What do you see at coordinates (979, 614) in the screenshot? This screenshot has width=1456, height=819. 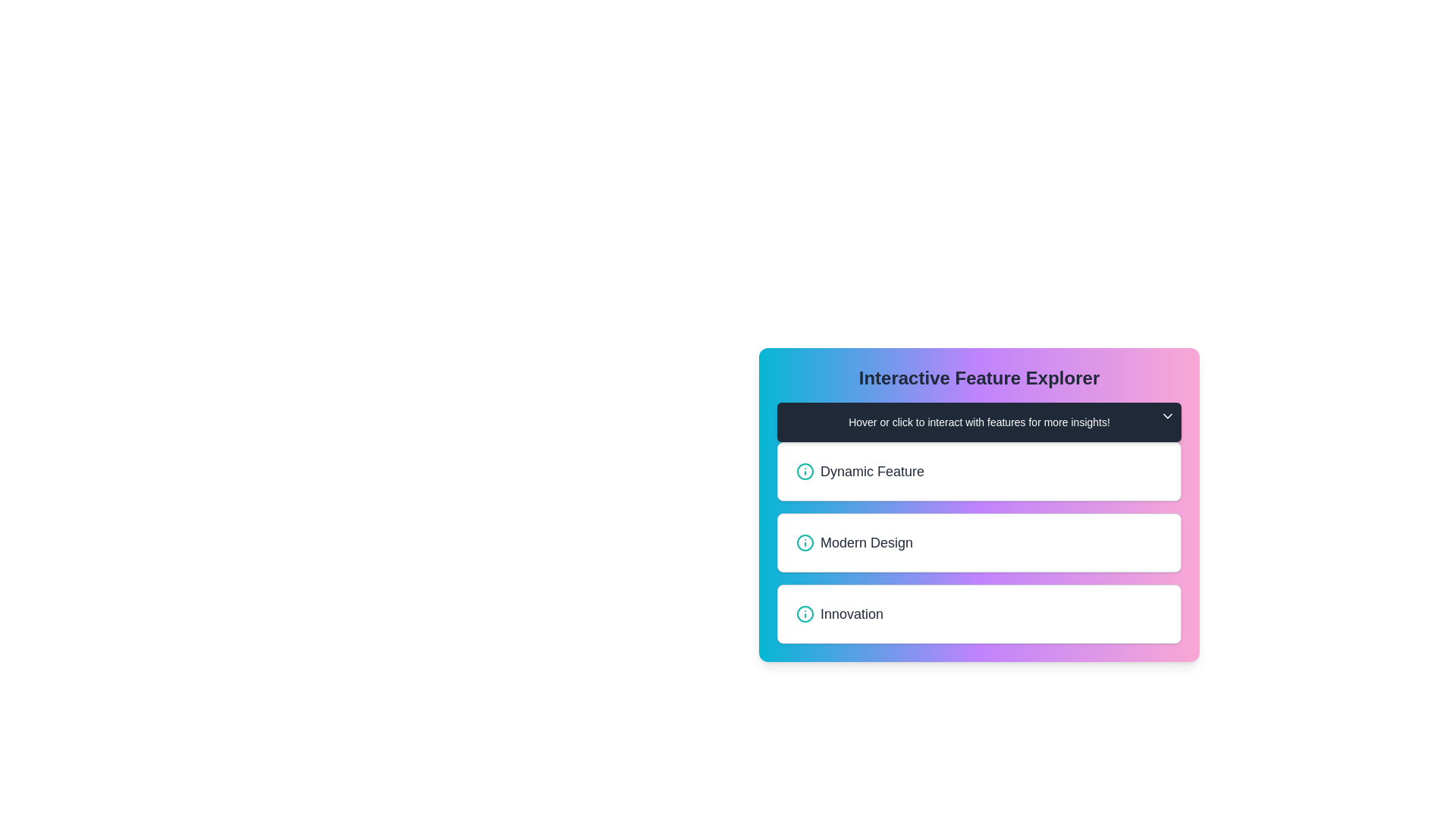 I see `the third selectable list item in the feature list` at bounding box center [979, 614].